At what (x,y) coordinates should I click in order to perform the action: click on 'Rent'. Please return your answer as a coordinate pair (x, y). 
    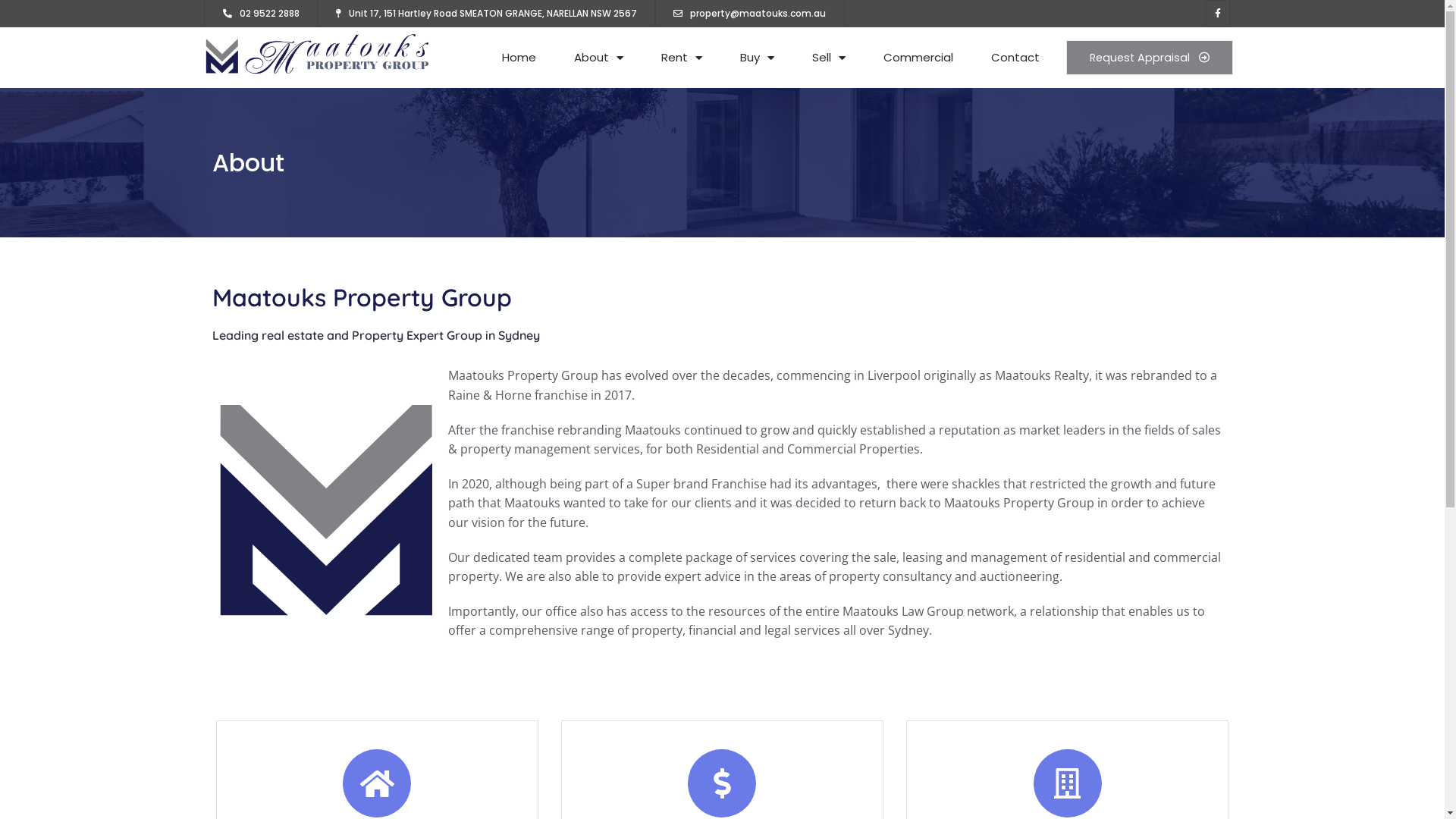
    Looking at the image, I should click on (680, 57).